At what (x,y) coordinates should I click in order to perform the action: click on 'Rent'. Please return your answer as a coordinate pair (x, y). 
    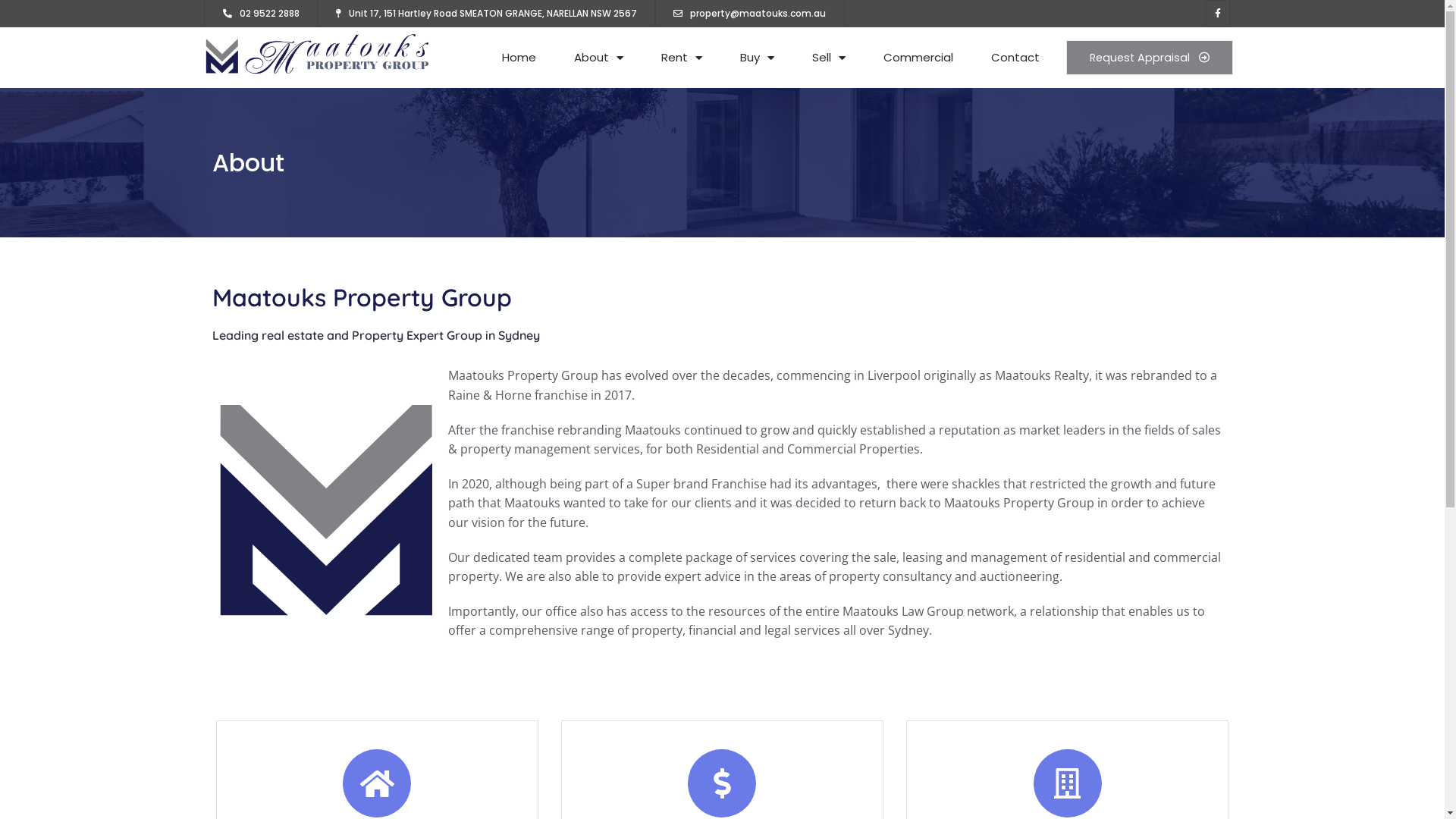
    Looking at the image, I should click on (680, 57).